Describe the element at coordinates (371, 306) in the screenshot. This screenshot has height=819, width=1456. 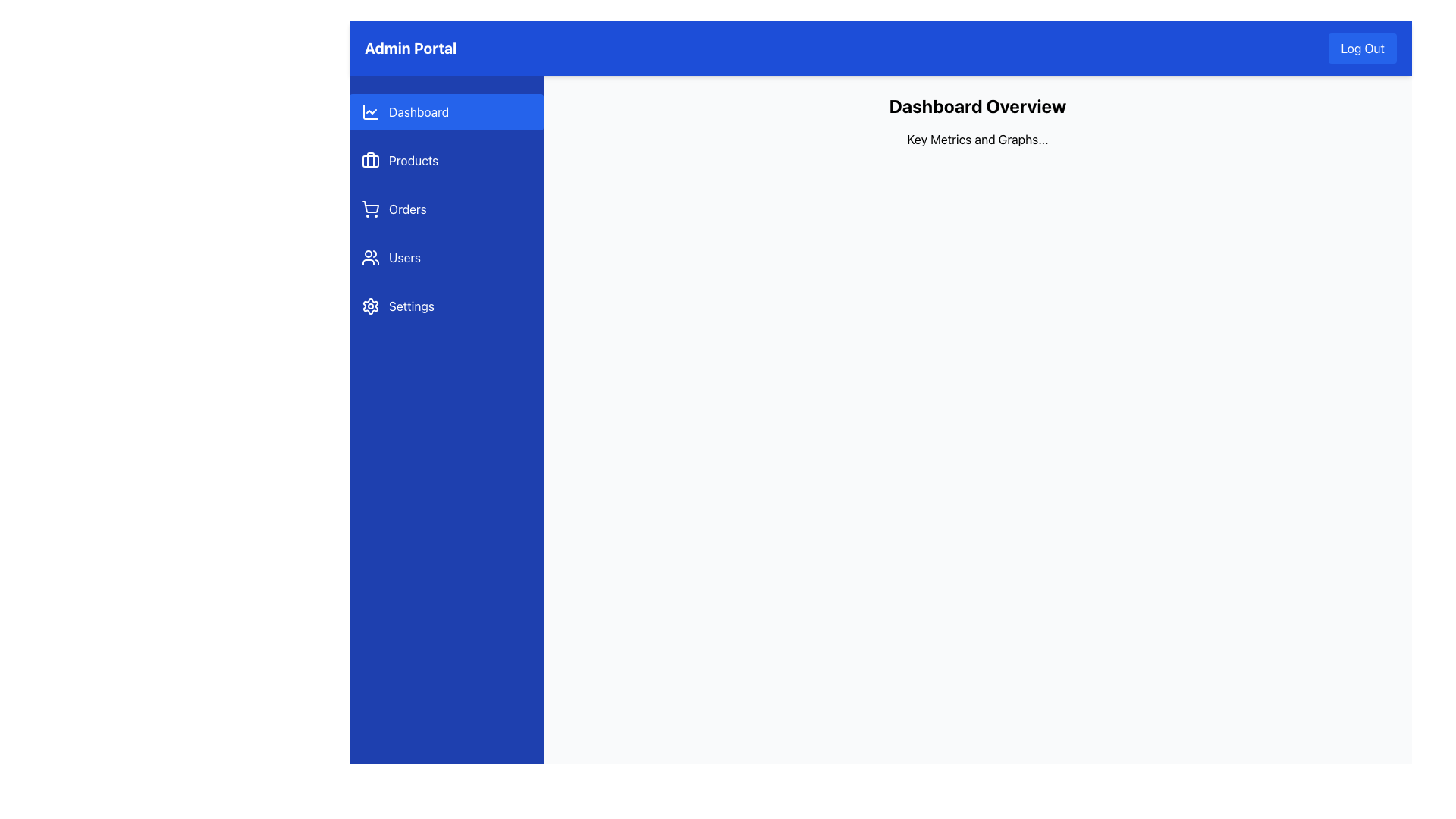
I see `the gear-shaped icon located in the 'Settings' menu item, positioned to the left of the 'Settings' text` at that location.